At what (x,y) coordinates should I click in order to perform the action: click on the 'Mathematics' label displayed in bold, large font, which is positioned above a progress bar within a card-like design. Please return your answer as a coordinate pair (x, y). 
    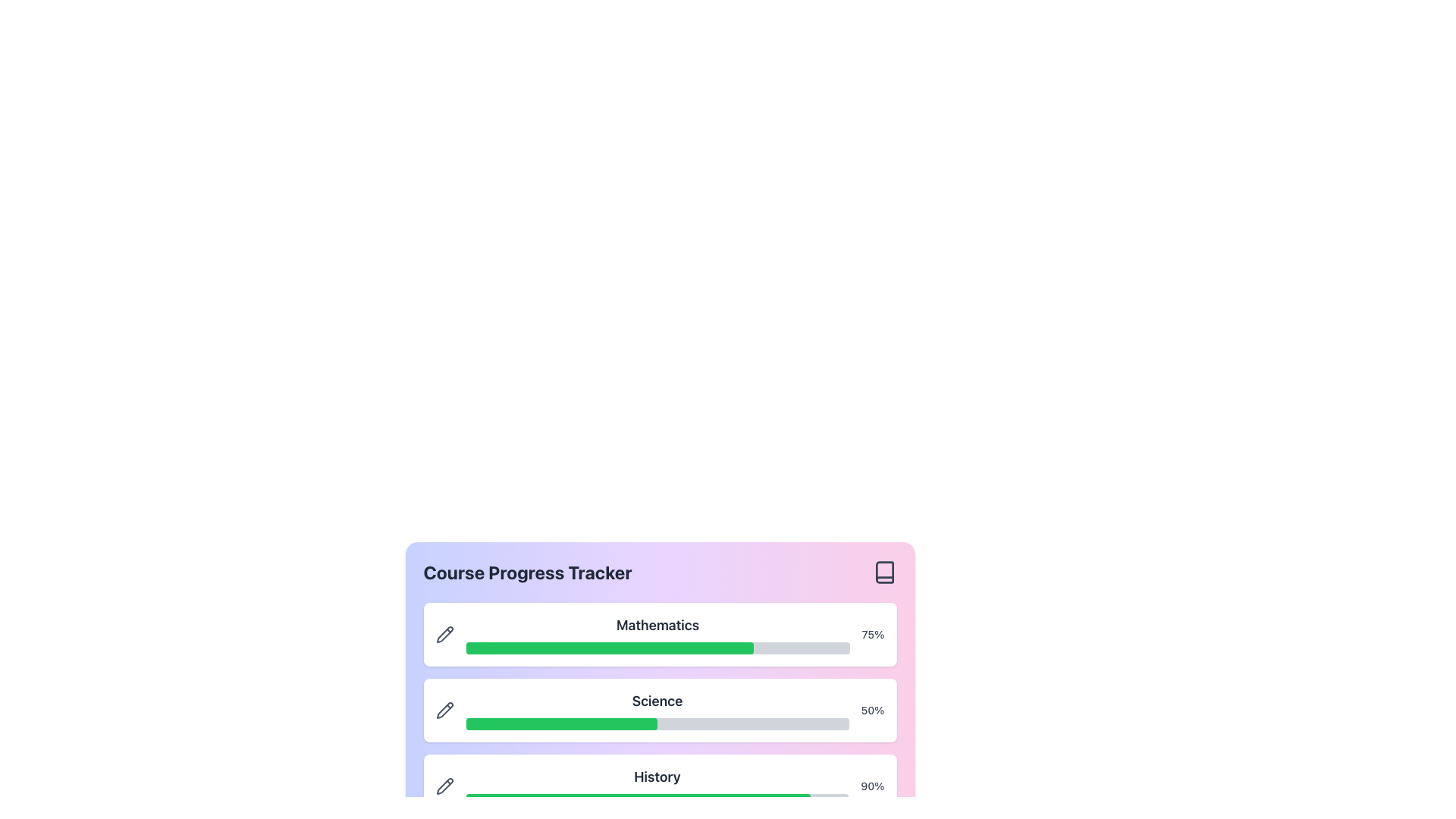
    Looking at the image, I should click on (657, 635).